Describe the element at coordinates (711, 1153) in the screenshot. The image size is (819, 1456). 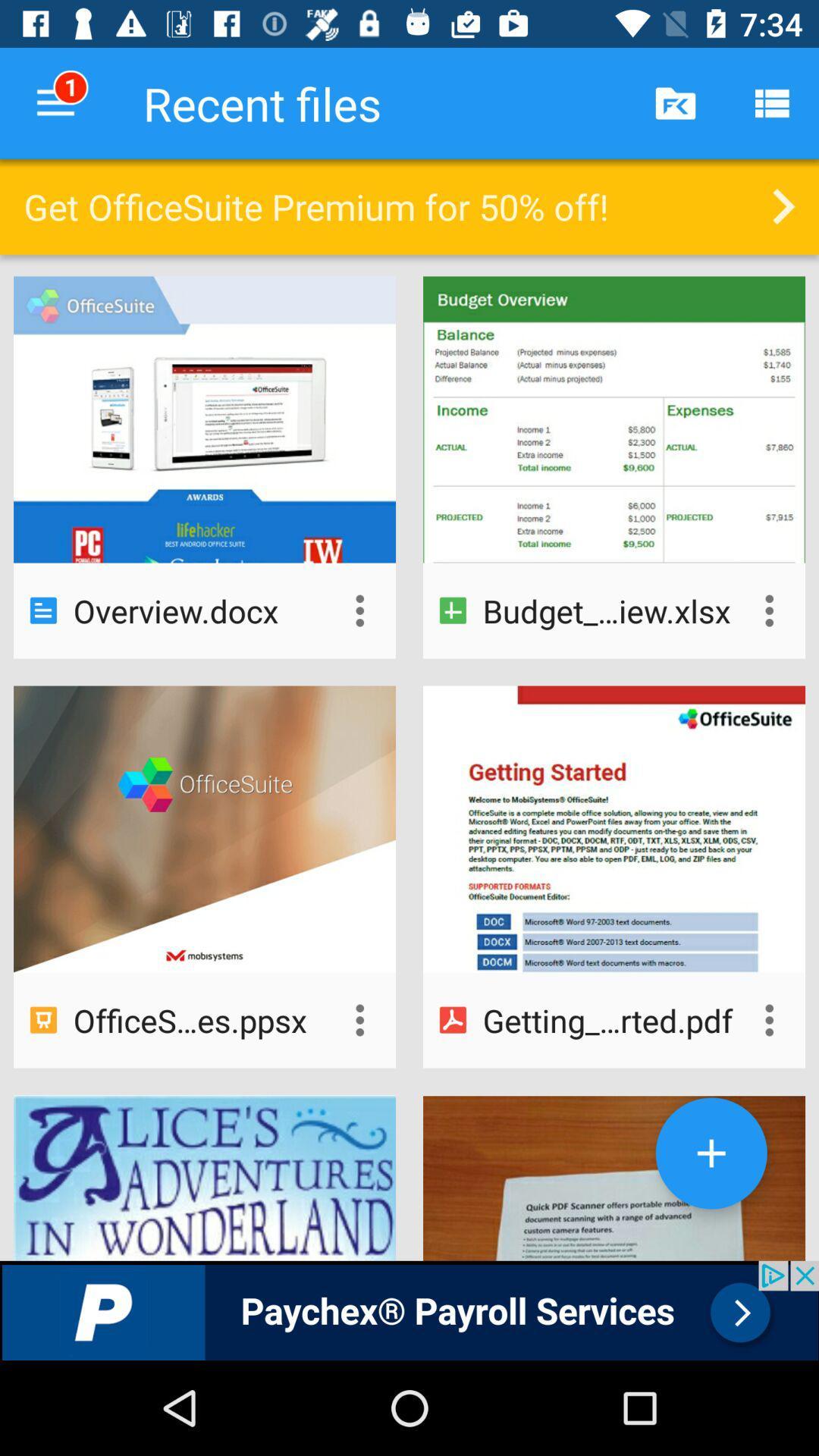
I see `the add icon` at that location.